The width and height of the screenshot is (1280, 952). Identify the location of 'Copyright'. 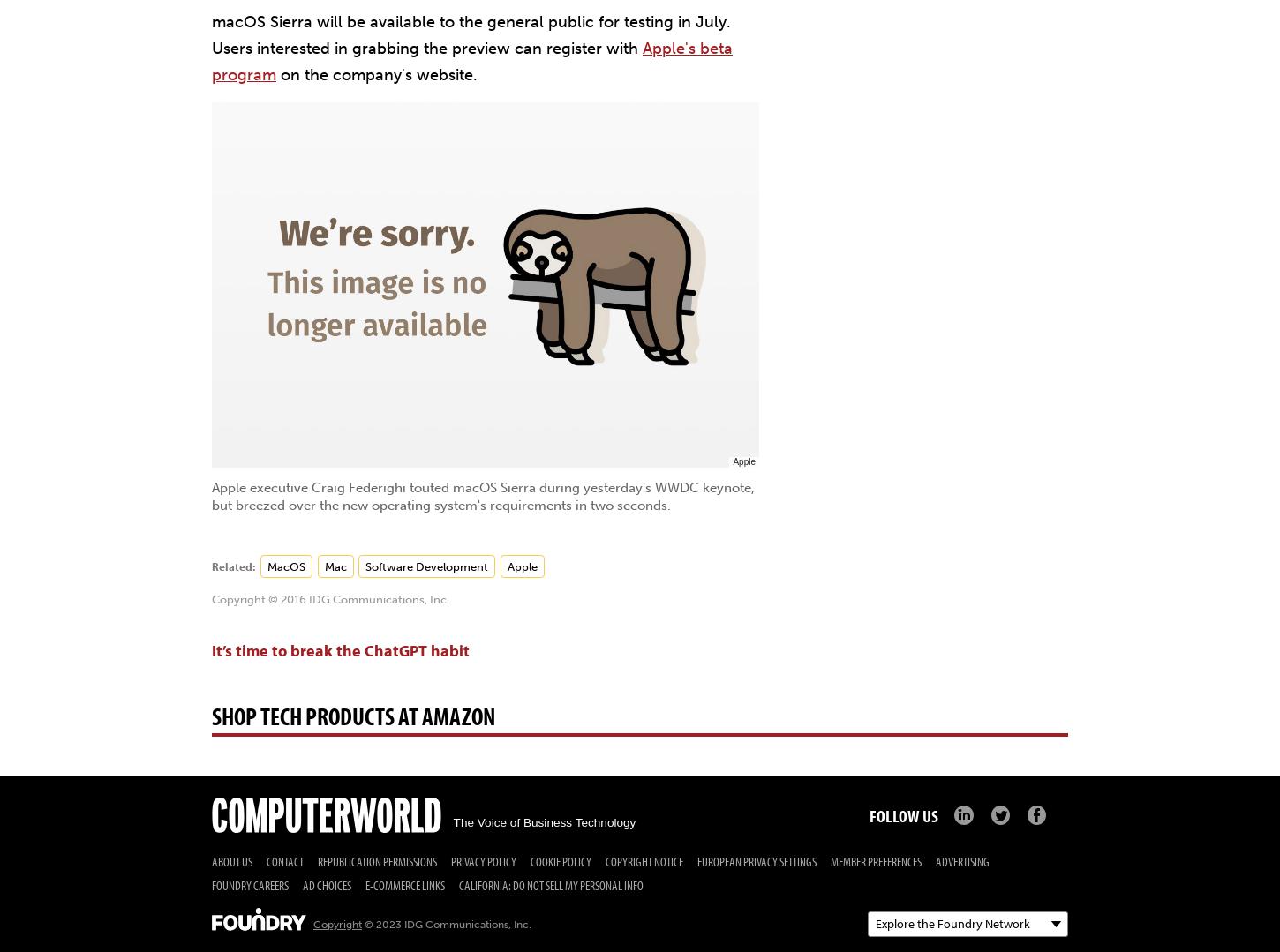
(336, 922).